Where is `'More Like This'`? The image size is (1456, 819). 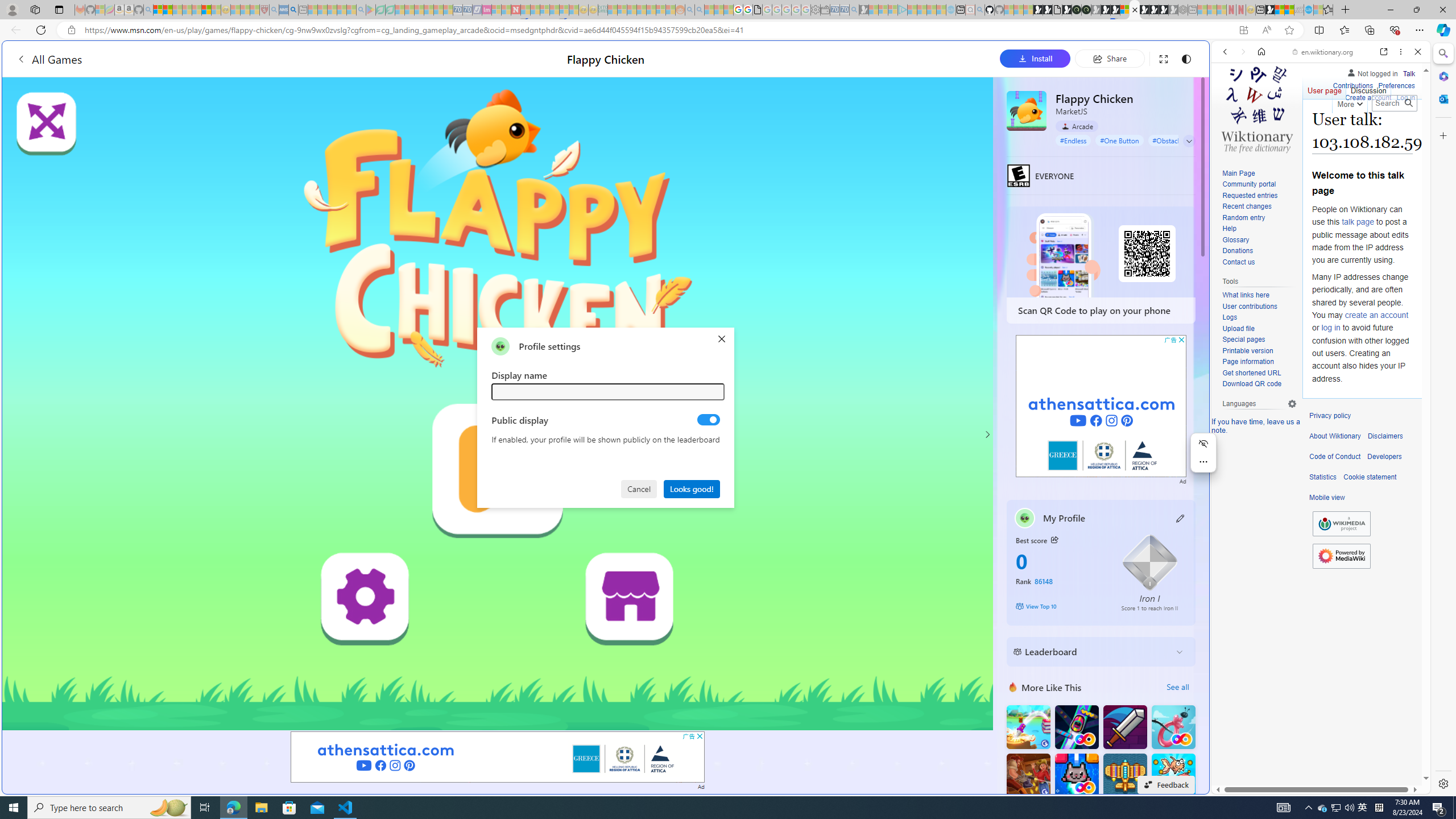 'More Like This' is located at coordinates (1012, 686).